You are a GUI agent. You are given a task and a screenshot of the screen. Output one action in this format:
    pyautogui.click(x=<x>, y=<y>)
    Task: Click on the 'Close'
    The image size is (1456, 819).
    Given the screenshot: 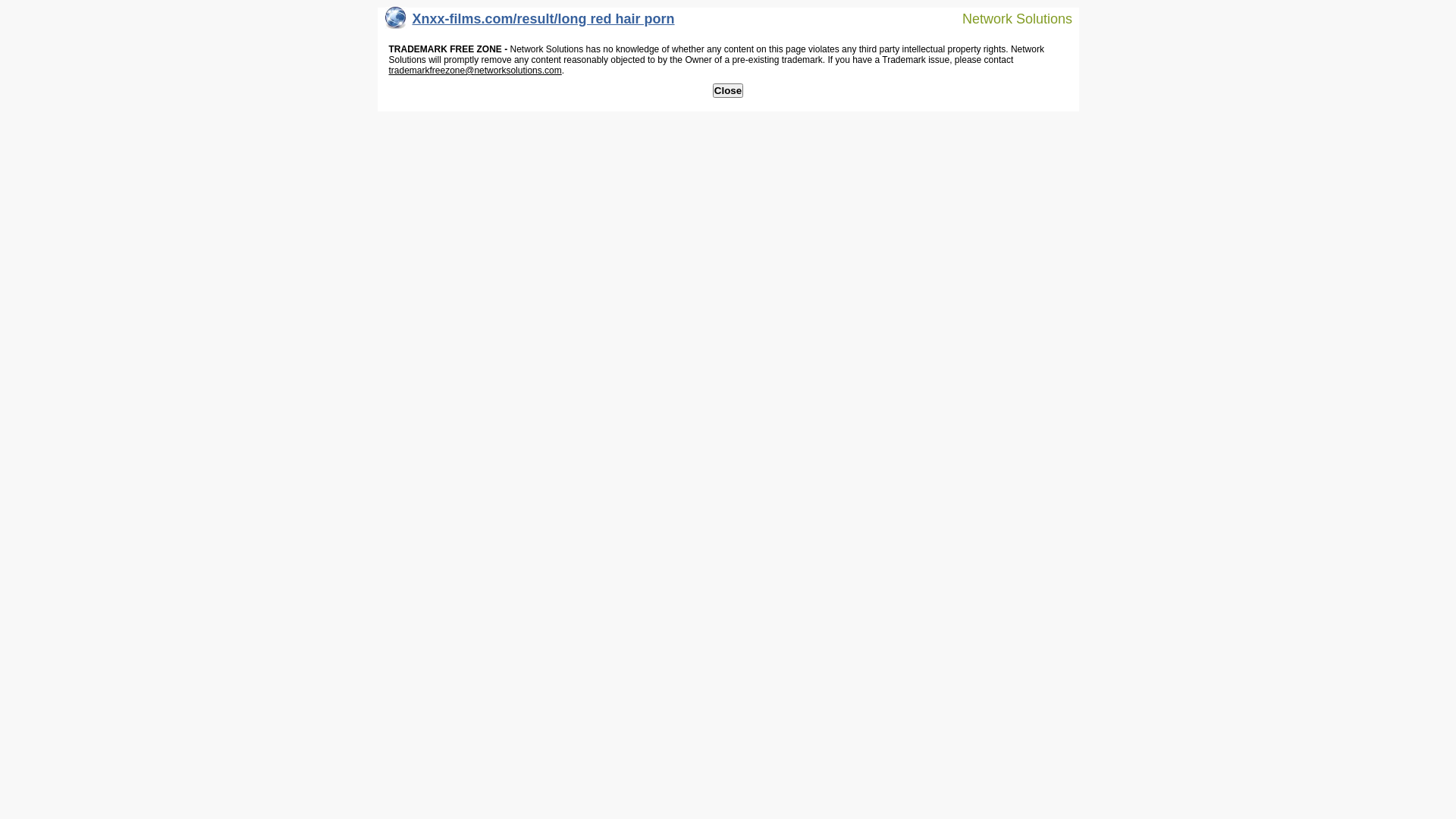 What is the action you would take?
    pyautogui.click(x=728, y=90)
    